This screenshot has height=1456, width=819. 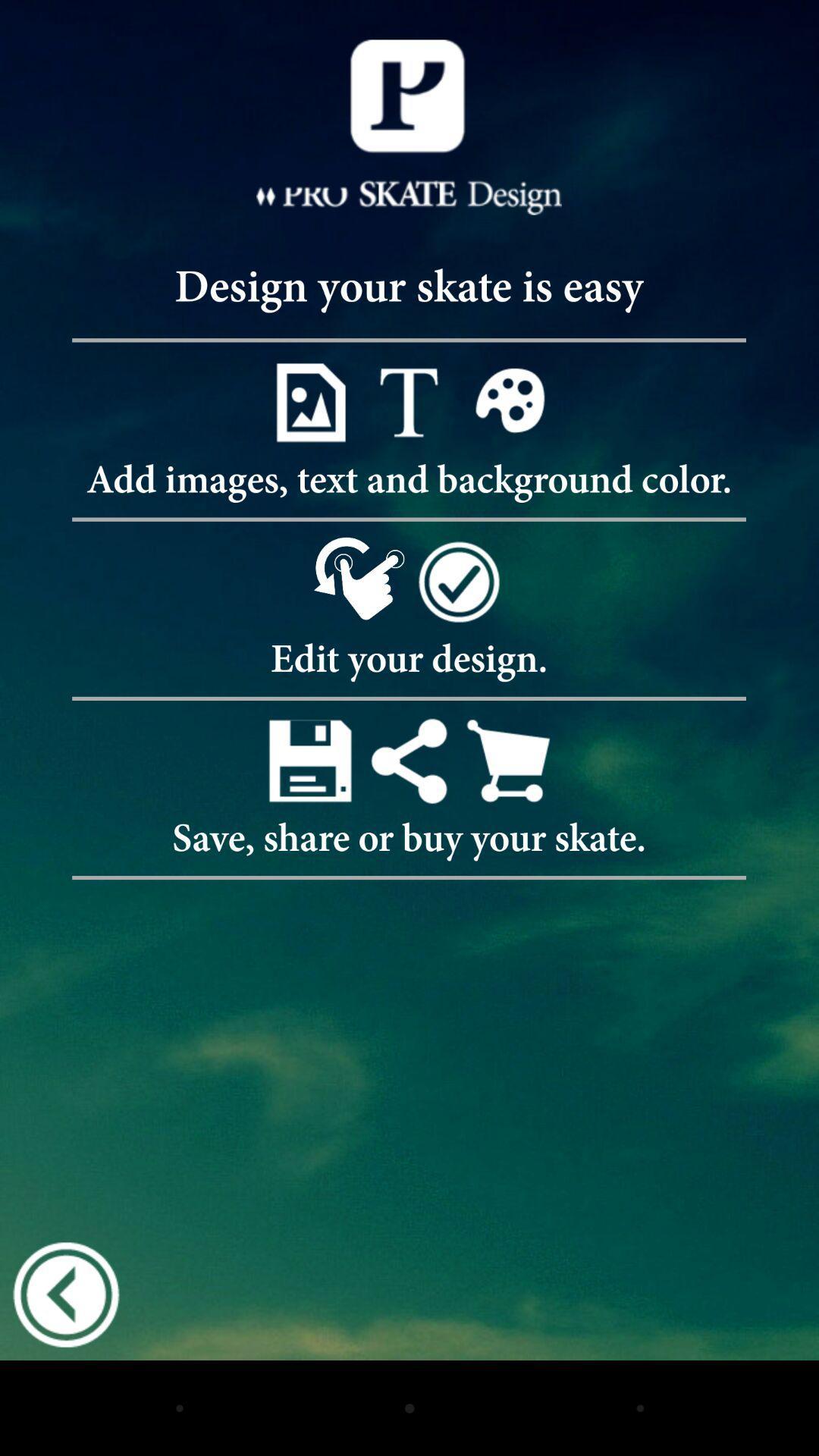 What do you see at coordinates (65, 1385) in the screenshot?
I see `the arrow_backward icon` at bounding box center [65, 1385].